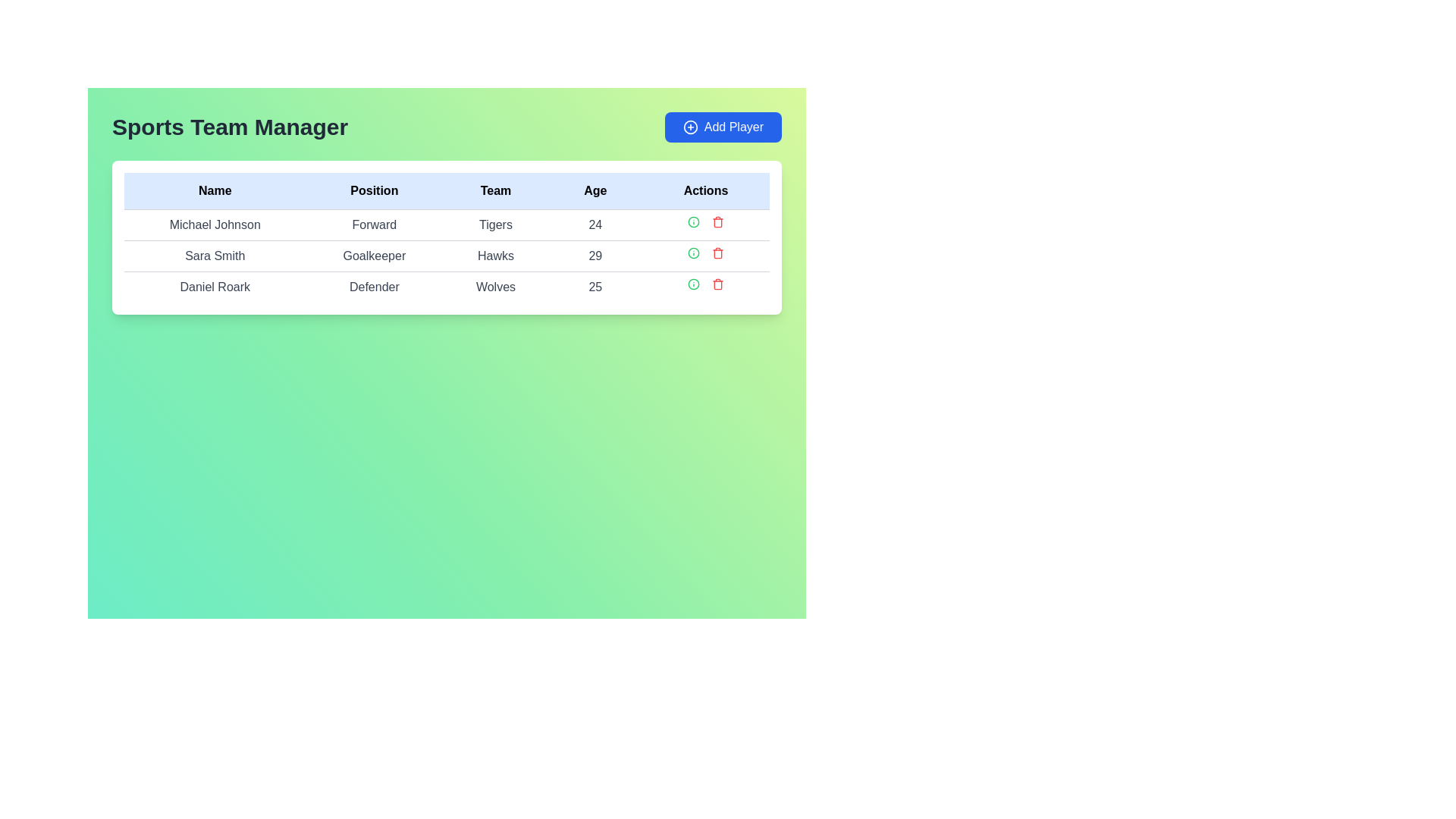  I want to click on the trash can icon located in the last row under the 'Actions' column of the team management table, so click(717, 285).